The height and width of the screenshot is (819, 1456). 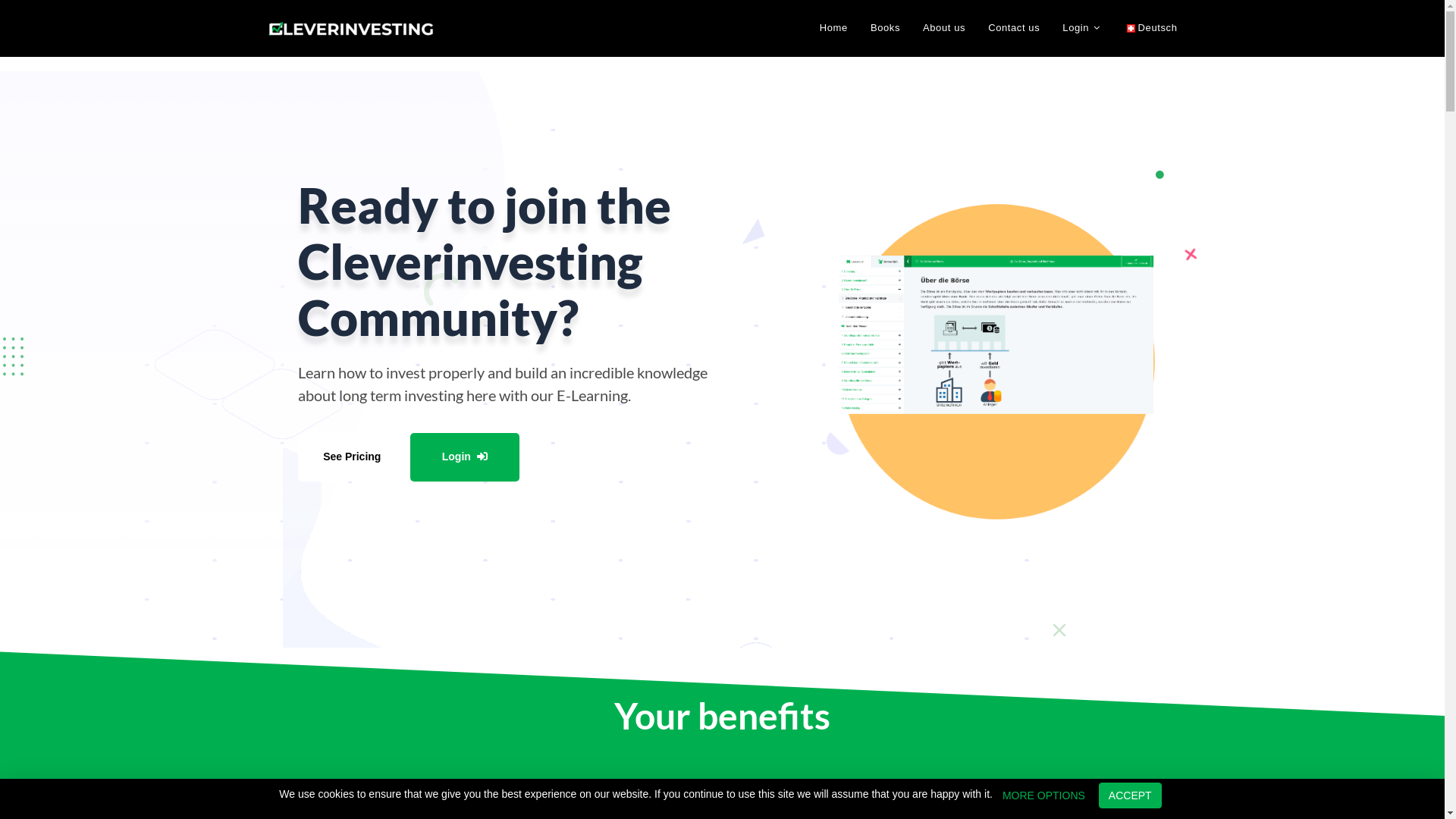 I want to click on 'Home', so click(x=807, y=28).